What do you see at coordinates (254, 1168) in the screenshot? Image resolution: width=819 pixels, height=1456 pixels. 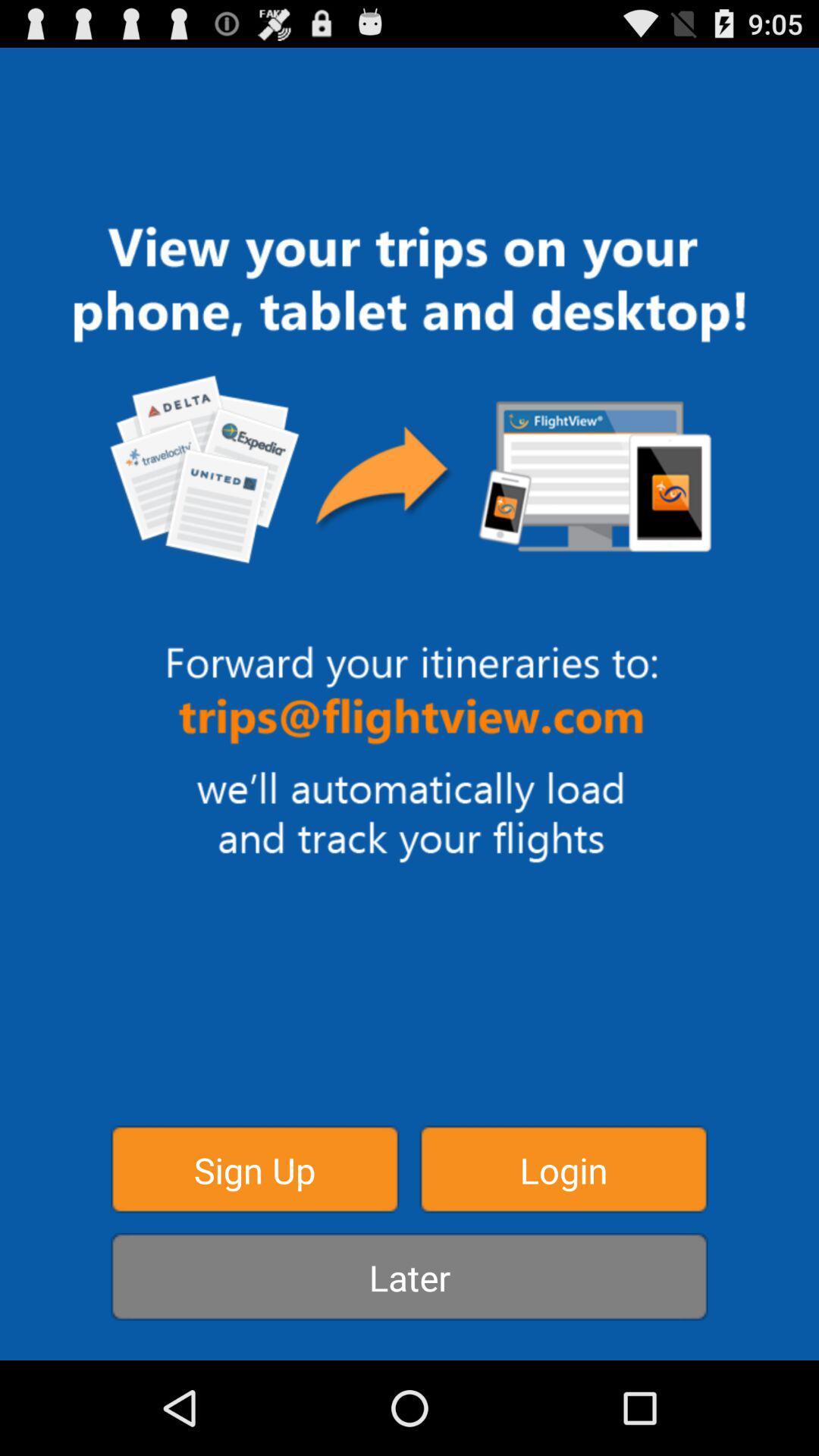 I see `item above the later item` at bounding box center [254, 1168].